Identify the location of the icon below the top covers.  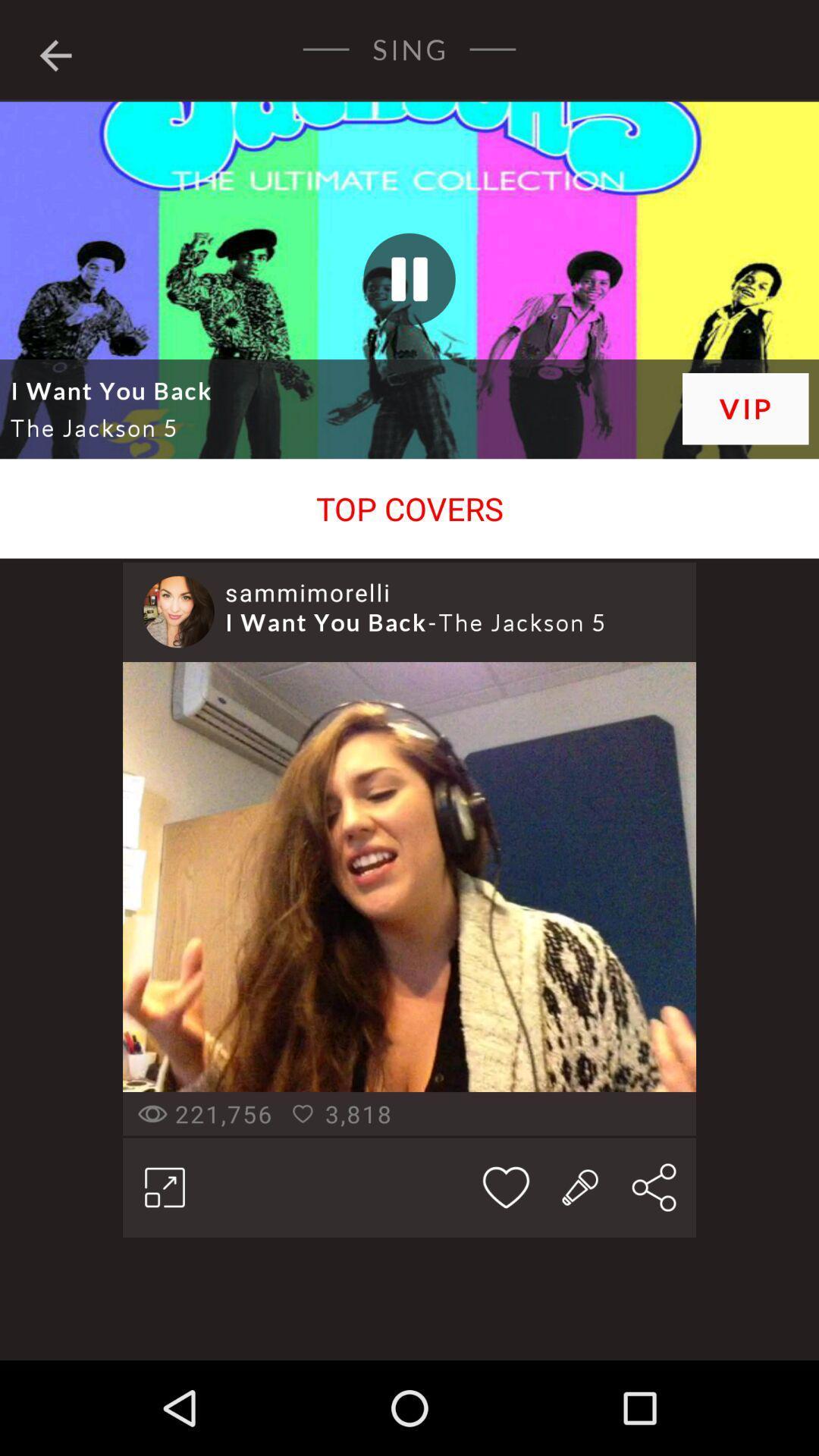
(307, 591).